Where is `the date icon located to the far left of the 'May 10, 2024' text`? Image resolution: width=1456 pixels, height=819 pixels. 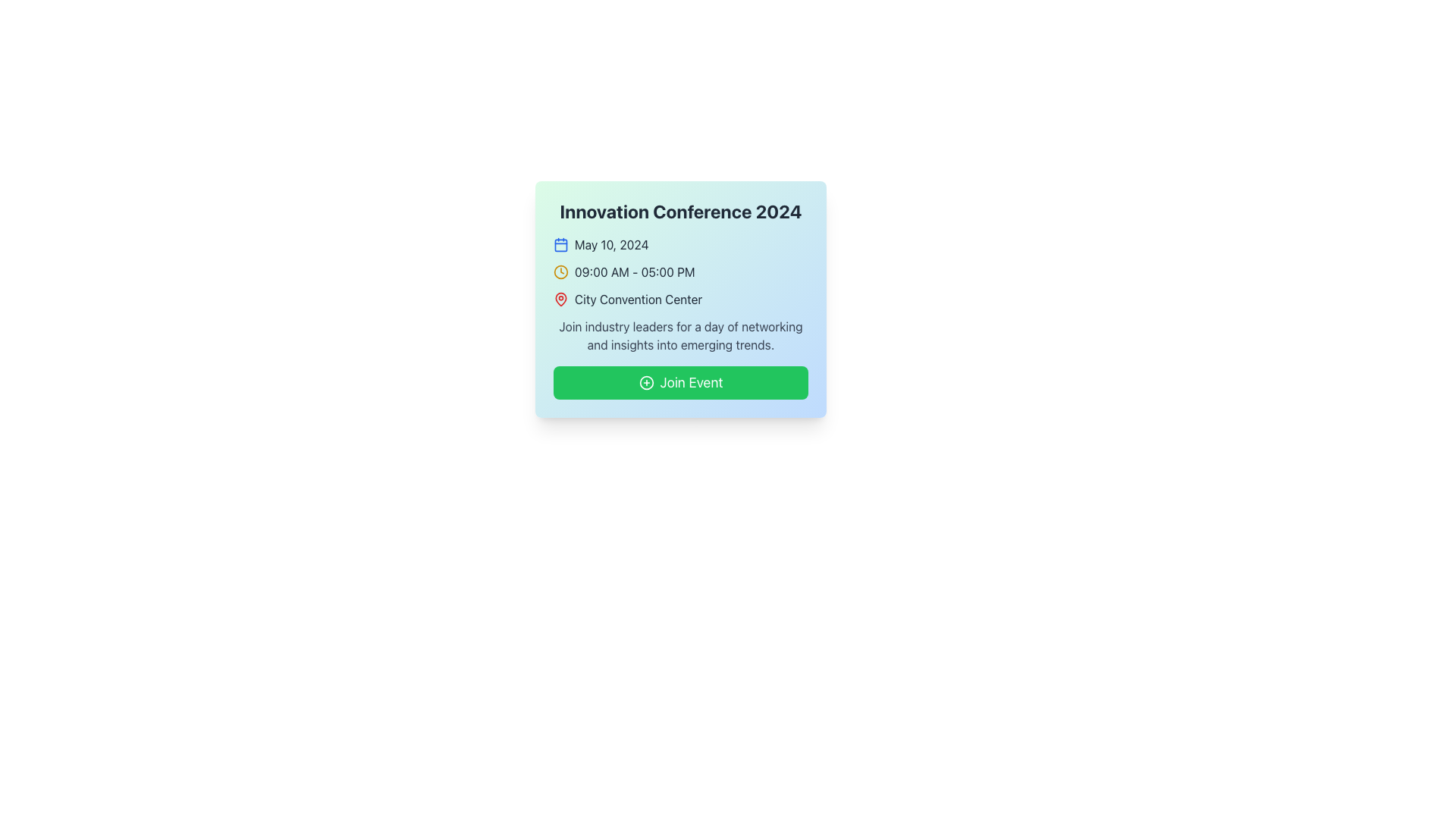
the date icon located to the far left of the 'May 10, 2024' text is located at coordinates (560, 244).